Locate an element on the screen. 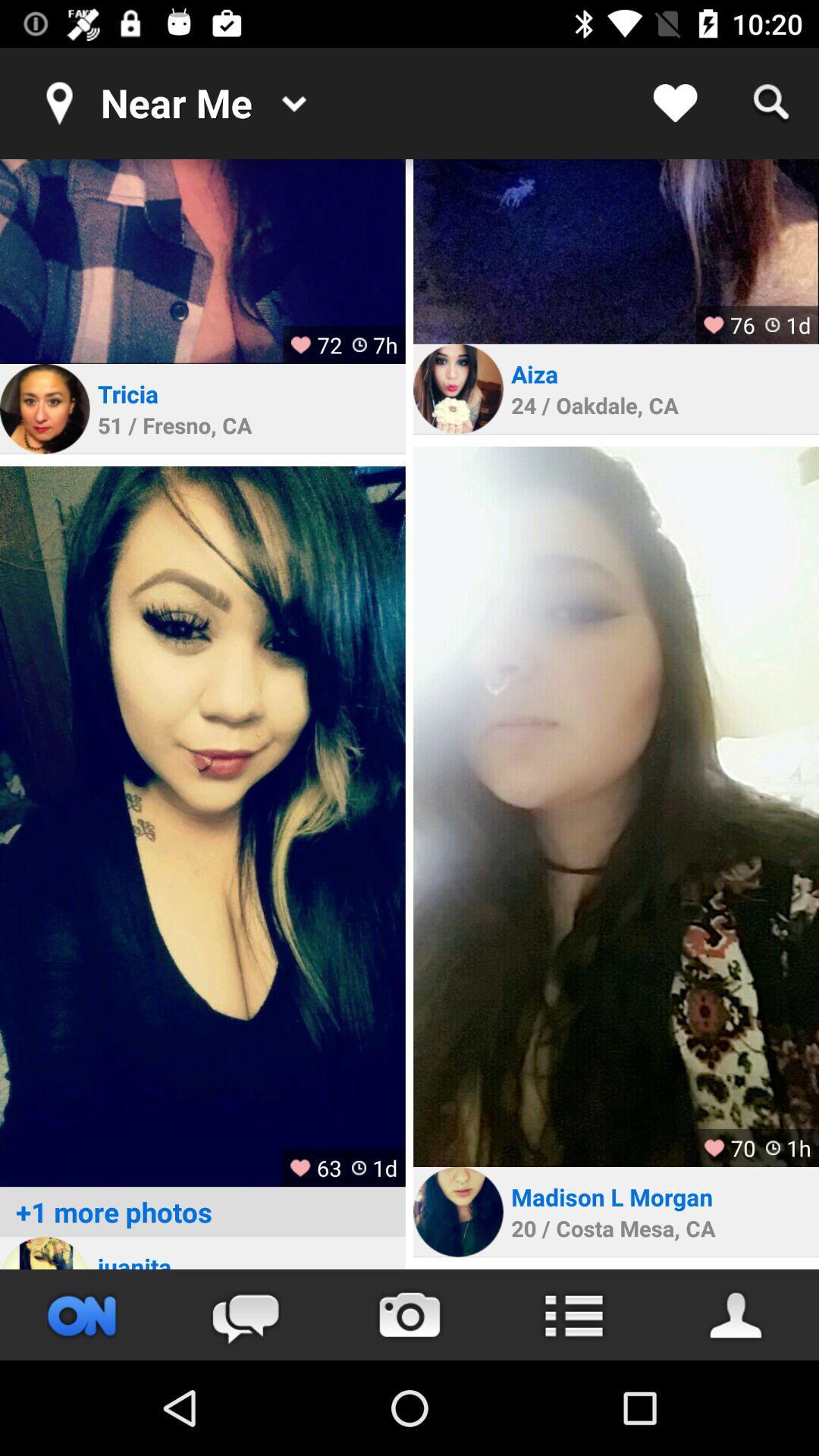  image in full size is located at coordinates (616, 805).